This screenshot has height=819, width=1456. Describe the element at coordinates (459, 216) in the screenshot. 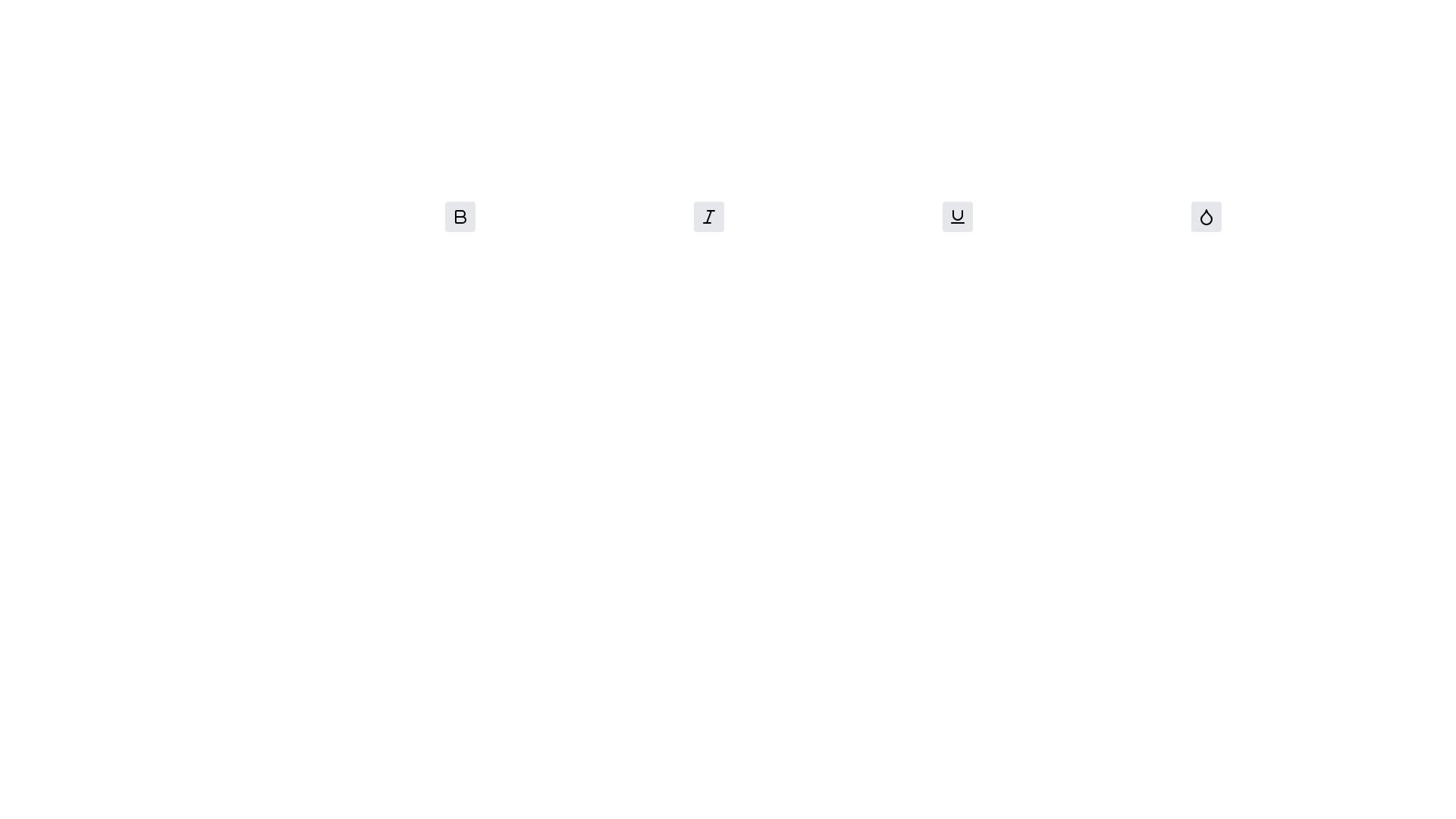

I see `the bold text formatting icon, which is a circular SVG with a 'B' symbol inside` at that location.